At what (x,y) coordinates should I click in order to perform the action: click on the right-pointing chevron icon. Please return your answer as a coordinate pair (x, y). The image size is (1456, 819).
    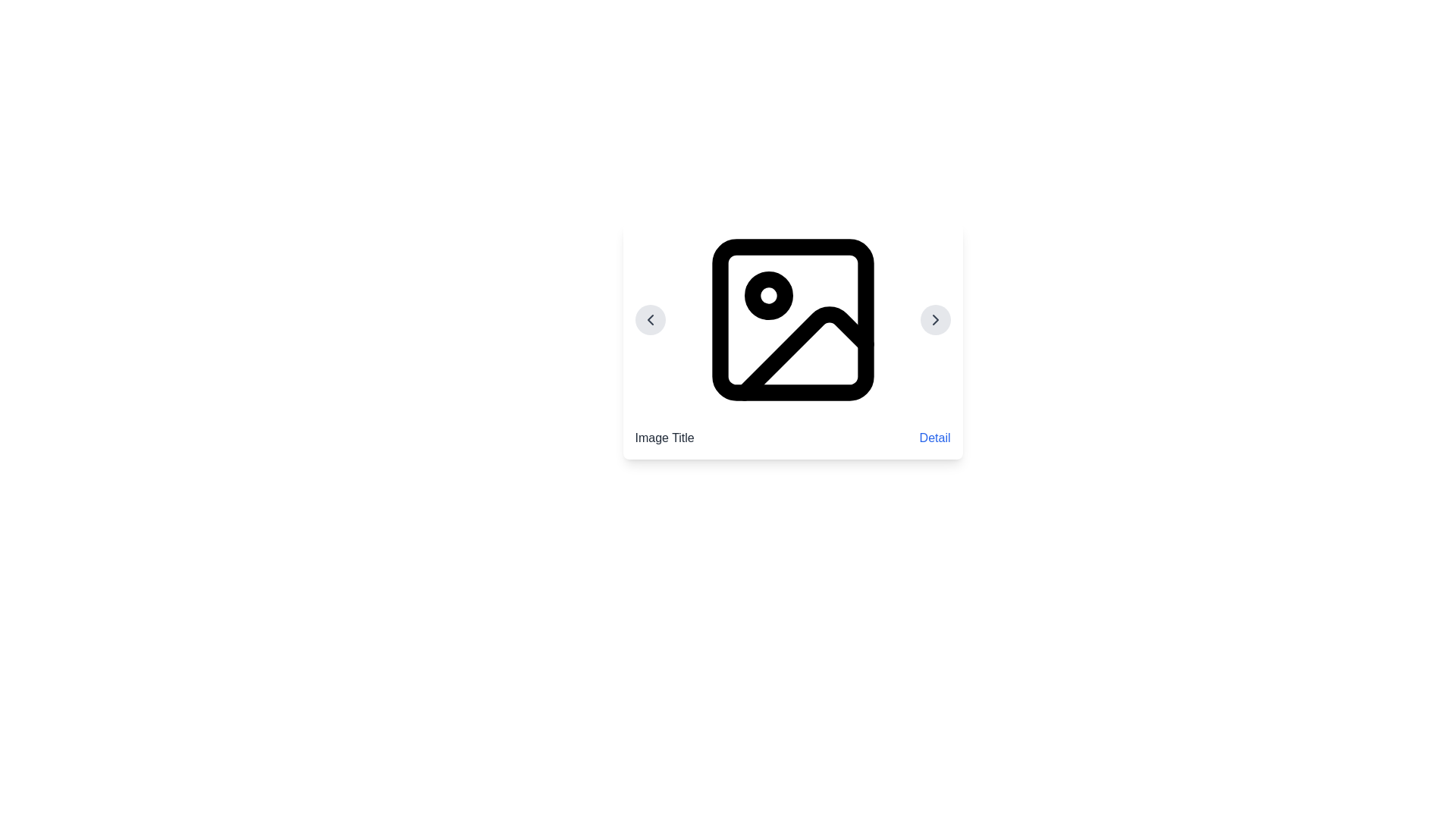
    Looking at the image, I should click on (934, 318).